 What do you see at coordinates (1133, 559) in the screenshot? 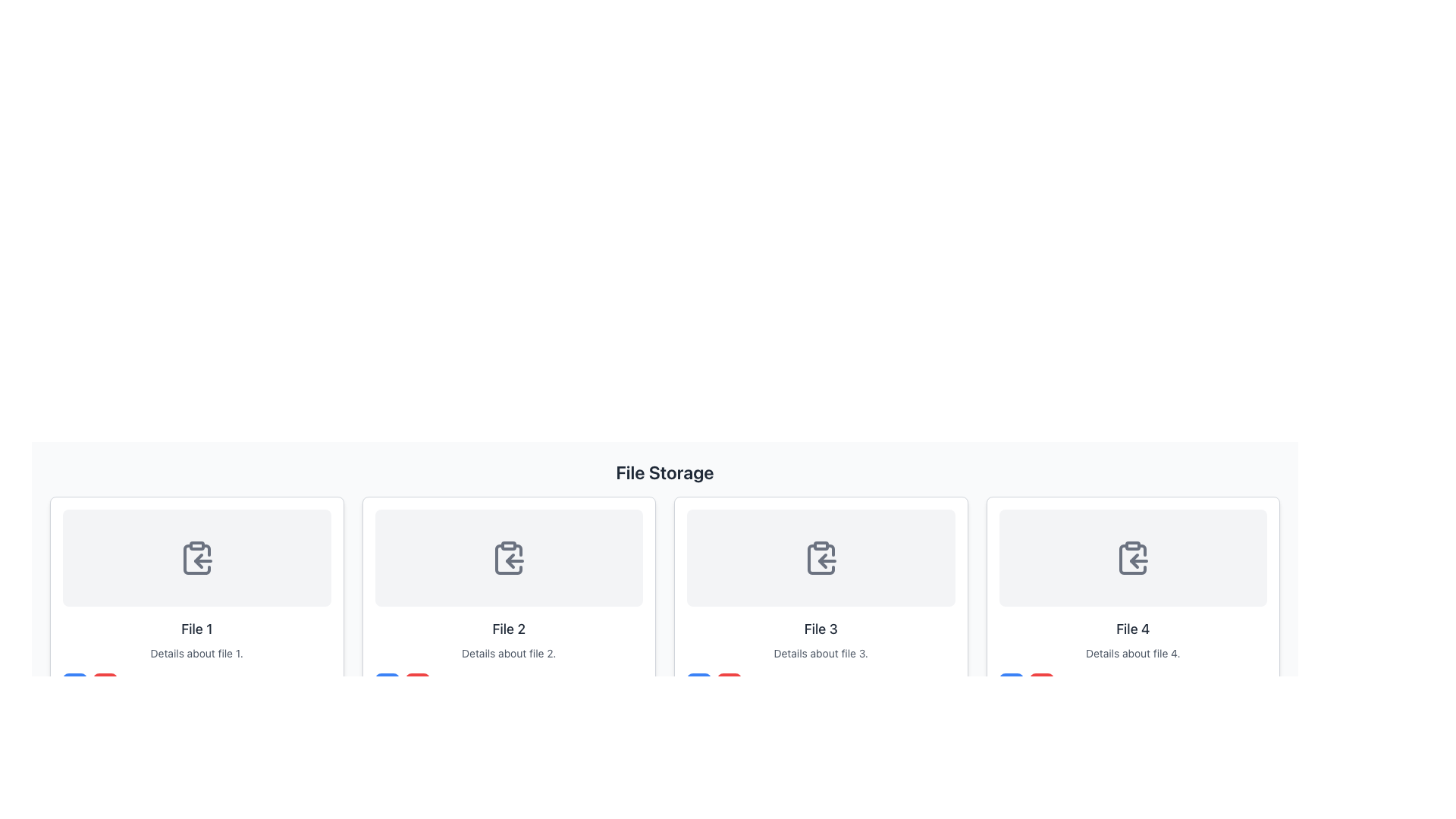
I see `the clipboard-like icon with a left-pointing arrow located in the fourth card titled 'File 4' in the upper middle portion of the fourth column` at bounding box center [1133, 559].